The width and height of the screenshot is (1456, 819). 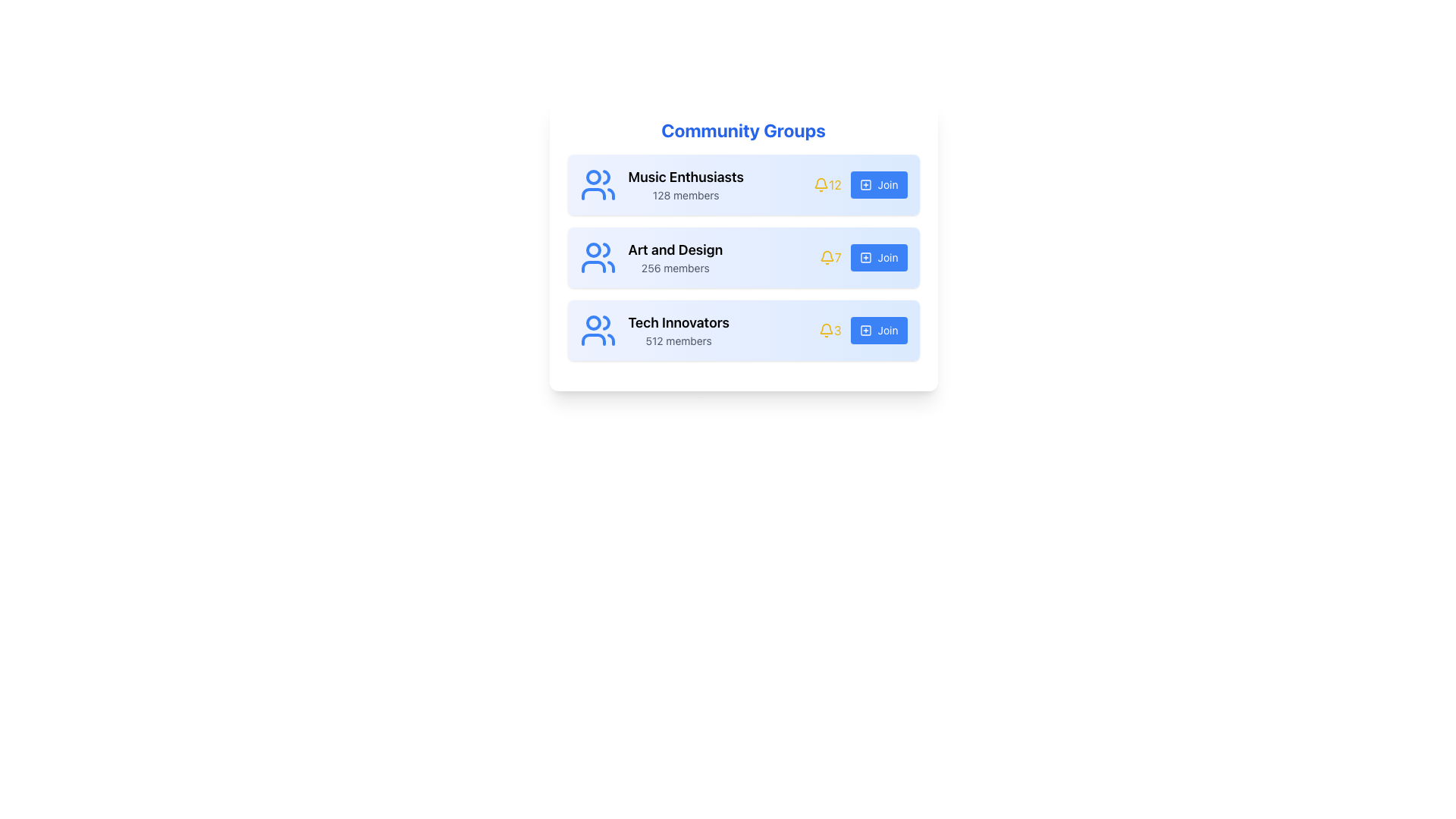 I want to click on text label displaying 'Art and Design' and '256 members' located in the second community group card, positioned to the right of the group icon and above the blue 'Join' button, so click(x=674, y=256).